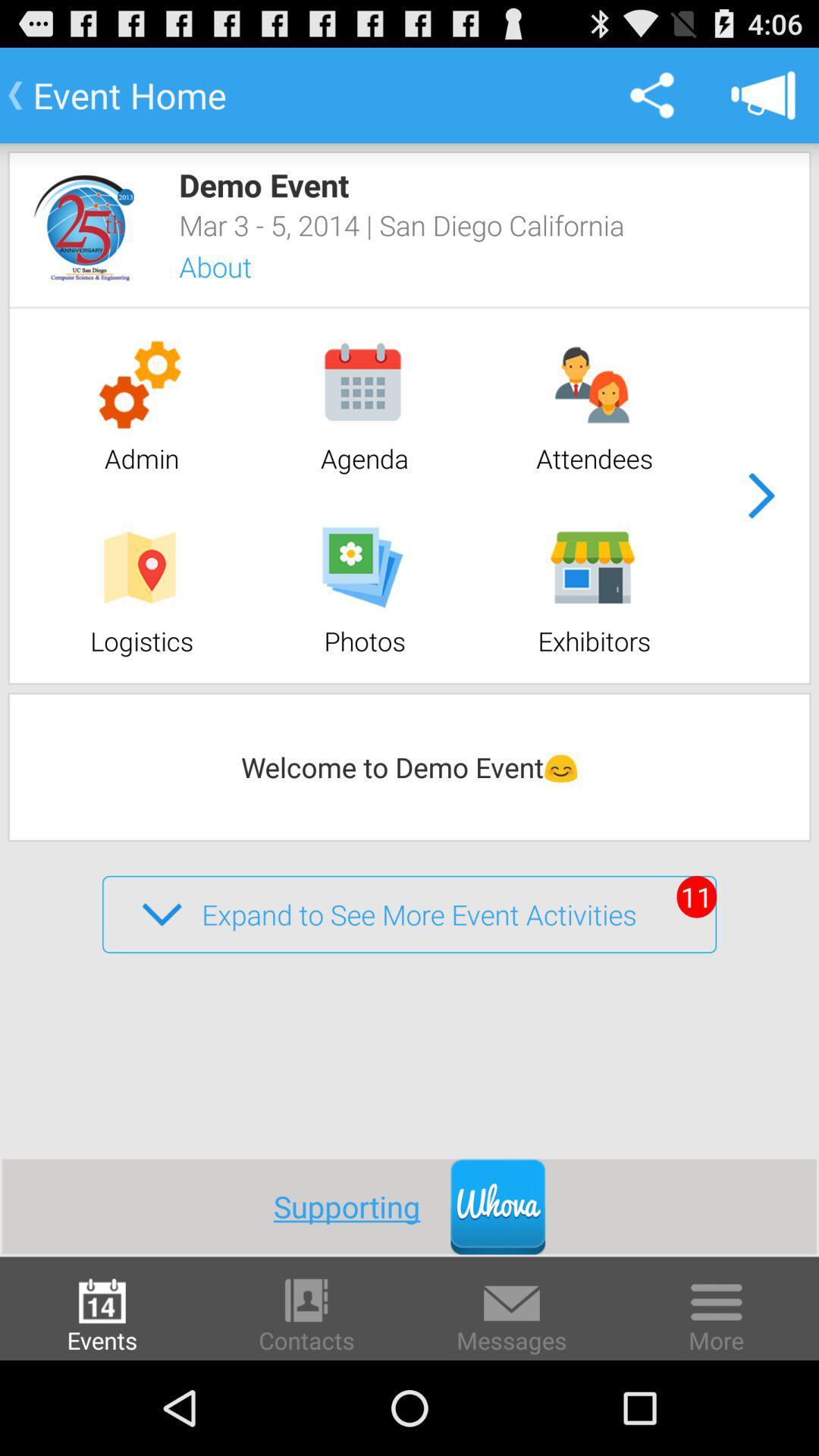  Describe the element at coordinates (84, 227) in the screenshot. I see `open demo event profile` at that location.